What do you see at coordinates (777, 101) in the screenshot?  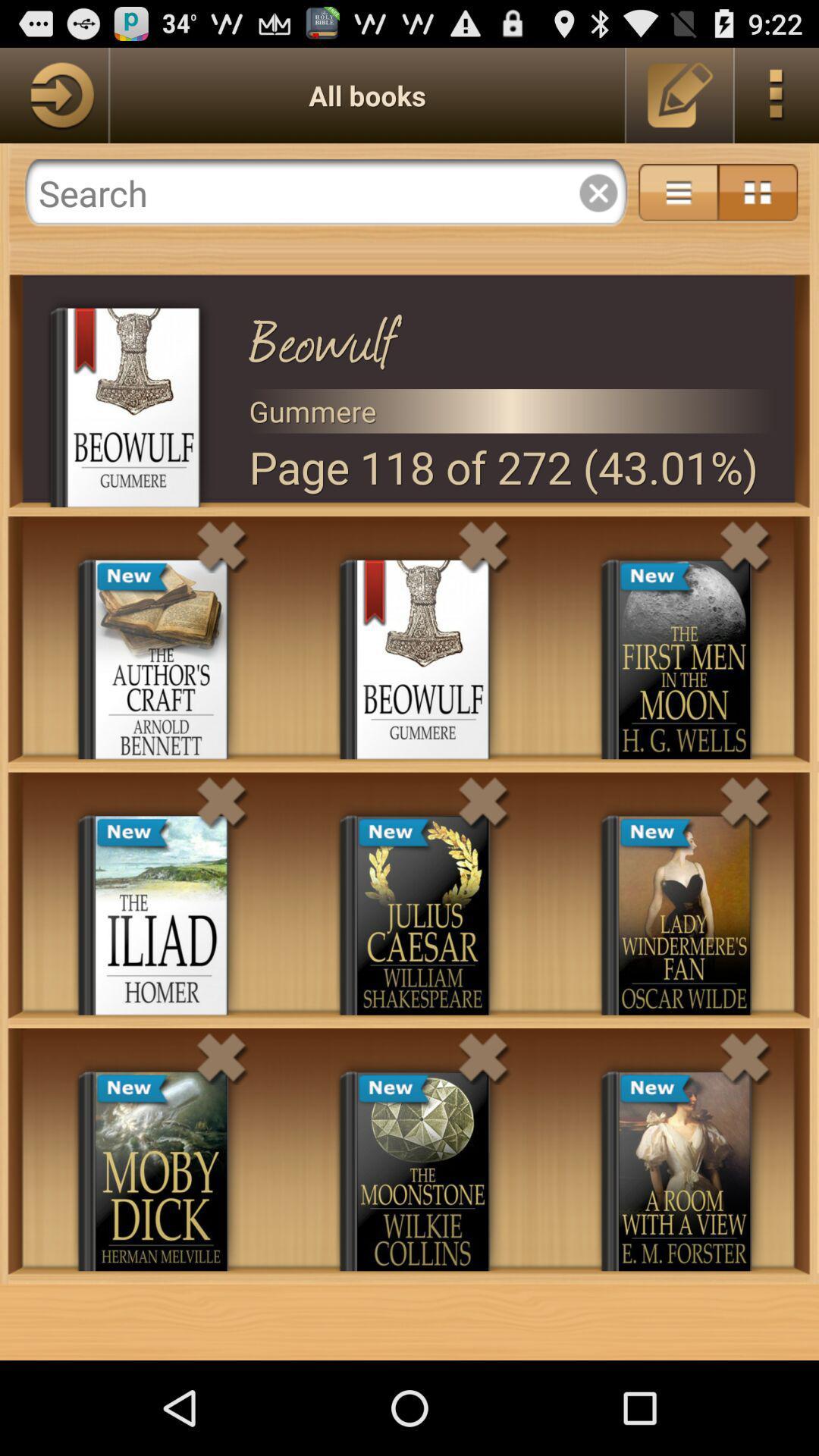 I see `the more icon` at bounding box center [777, 101].